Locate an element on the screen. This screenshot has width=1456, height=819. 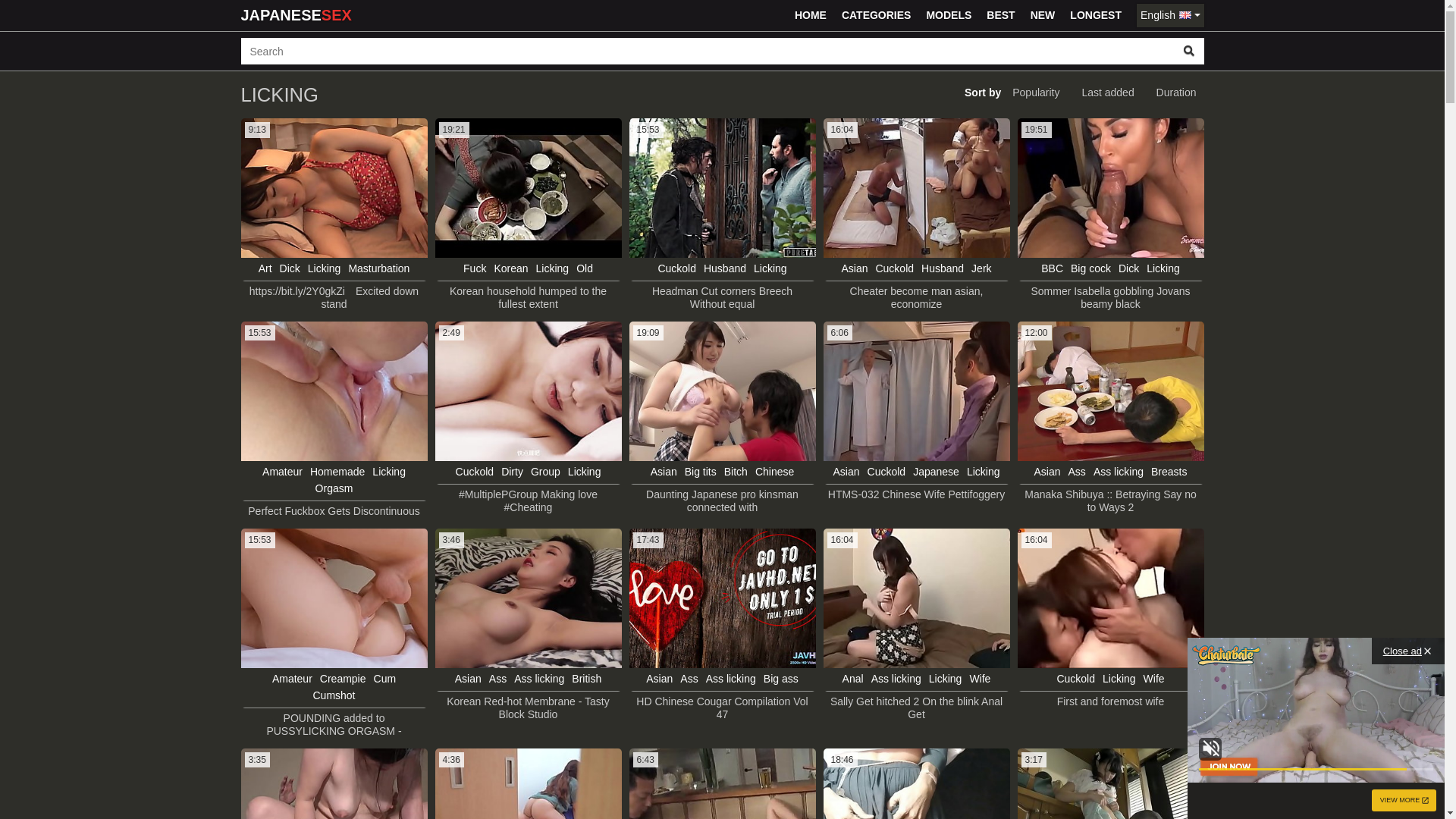
'Big tits' is located at coordinates (700, 470).